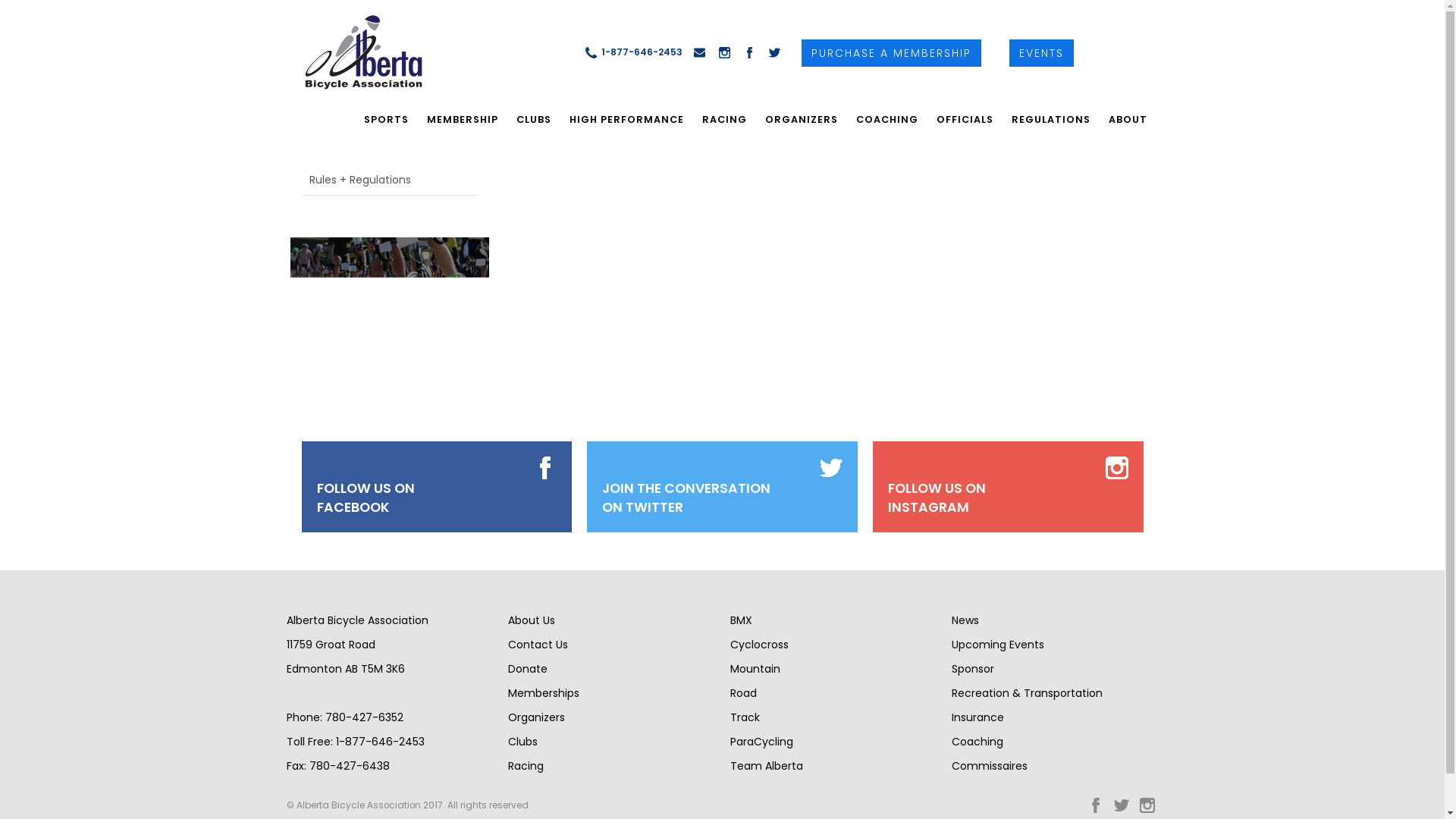 The width and height of the screenshot is (1456, 819). What do you see at coordinates (744, 717) in the screenshot?
I see `'Track'` at bounding box center [744, 717].